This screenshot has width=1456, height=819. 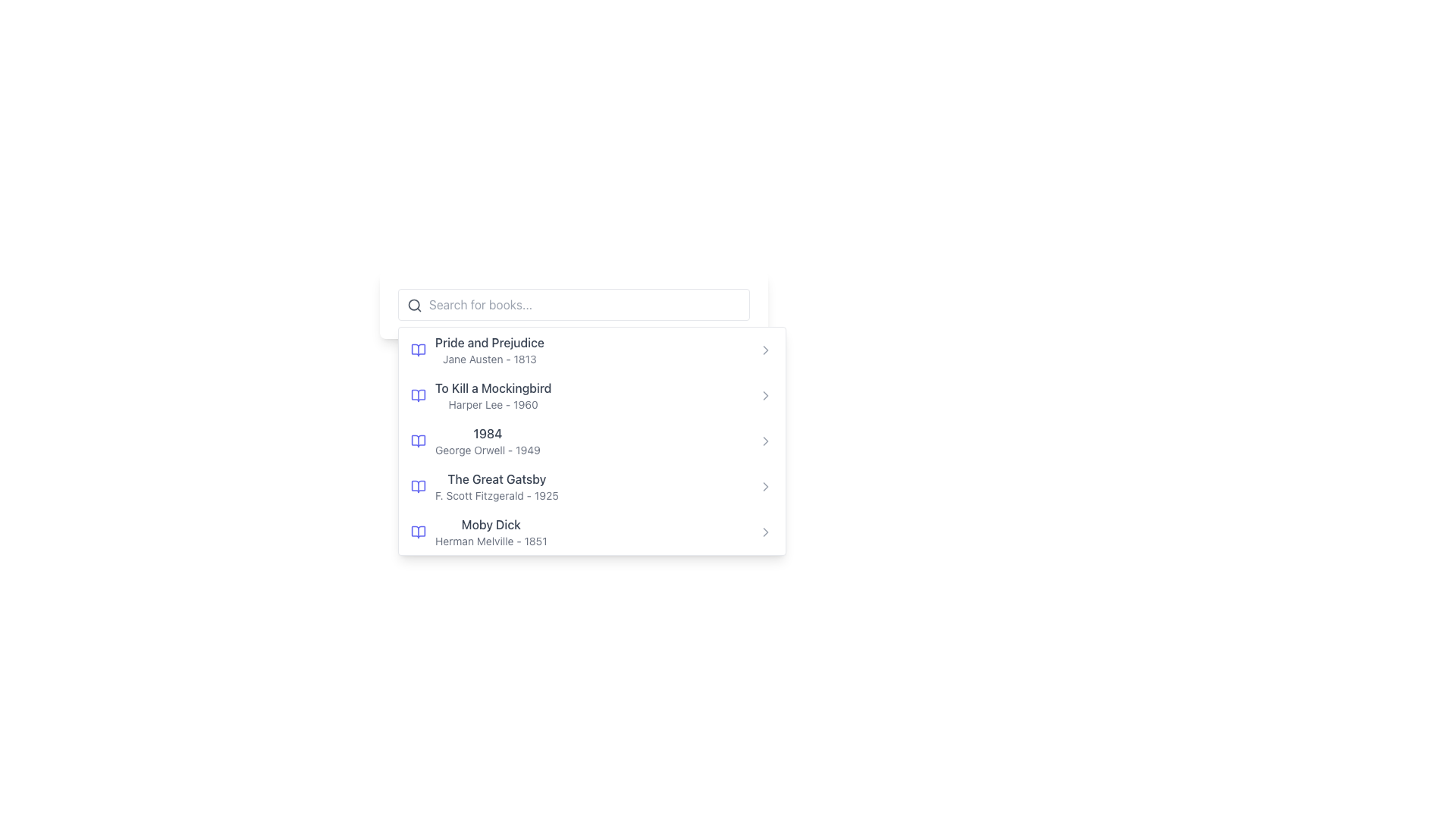 I want to click on the right half of the open book illustration SVG icon located to the immediate left of the text 'To Kill a Mockingbird' in the second list item of the panel, so click(x=419, y=394).